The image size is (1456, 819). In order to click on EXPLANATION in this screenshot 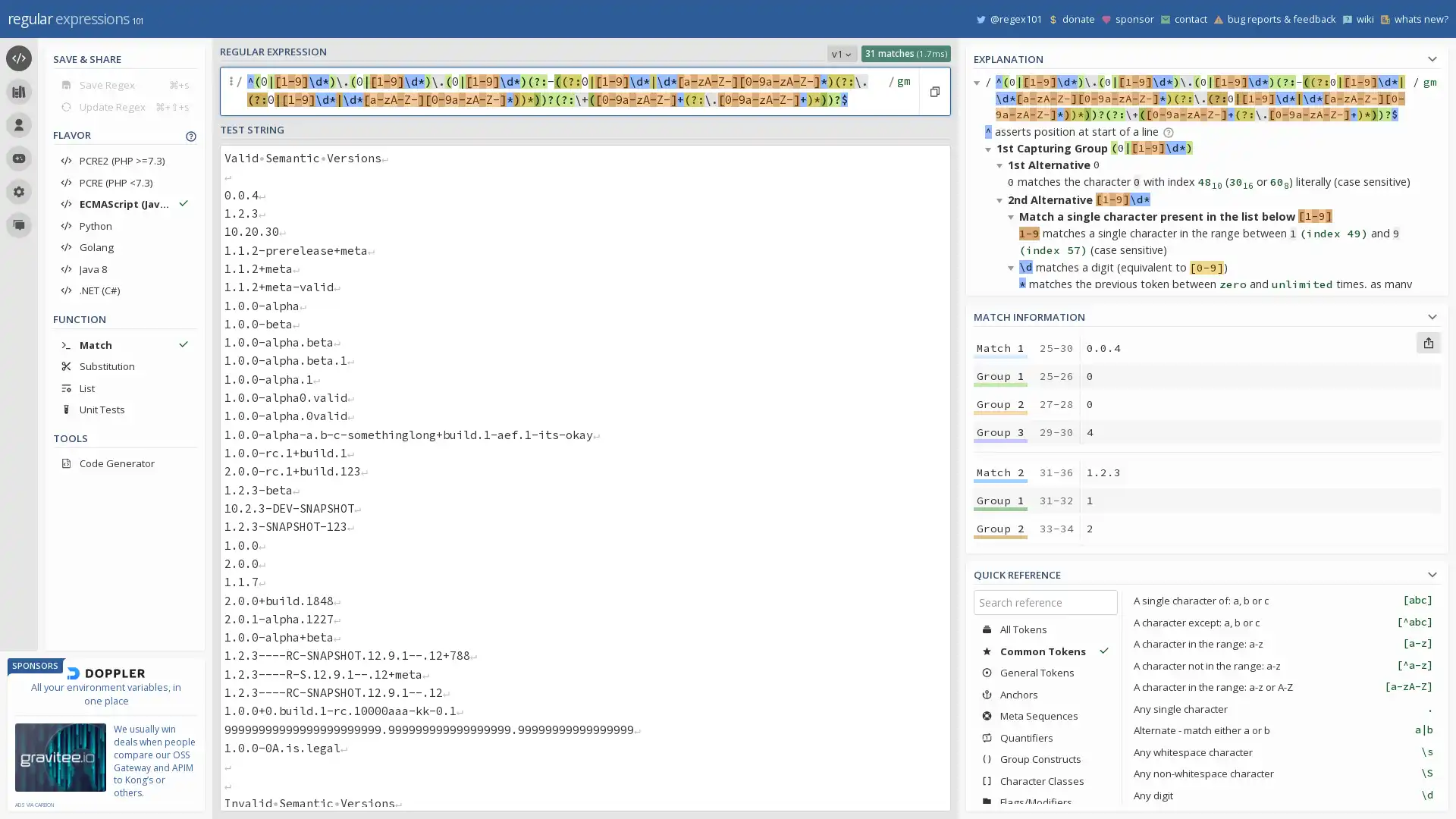, I will do `click(1207, 56)`.